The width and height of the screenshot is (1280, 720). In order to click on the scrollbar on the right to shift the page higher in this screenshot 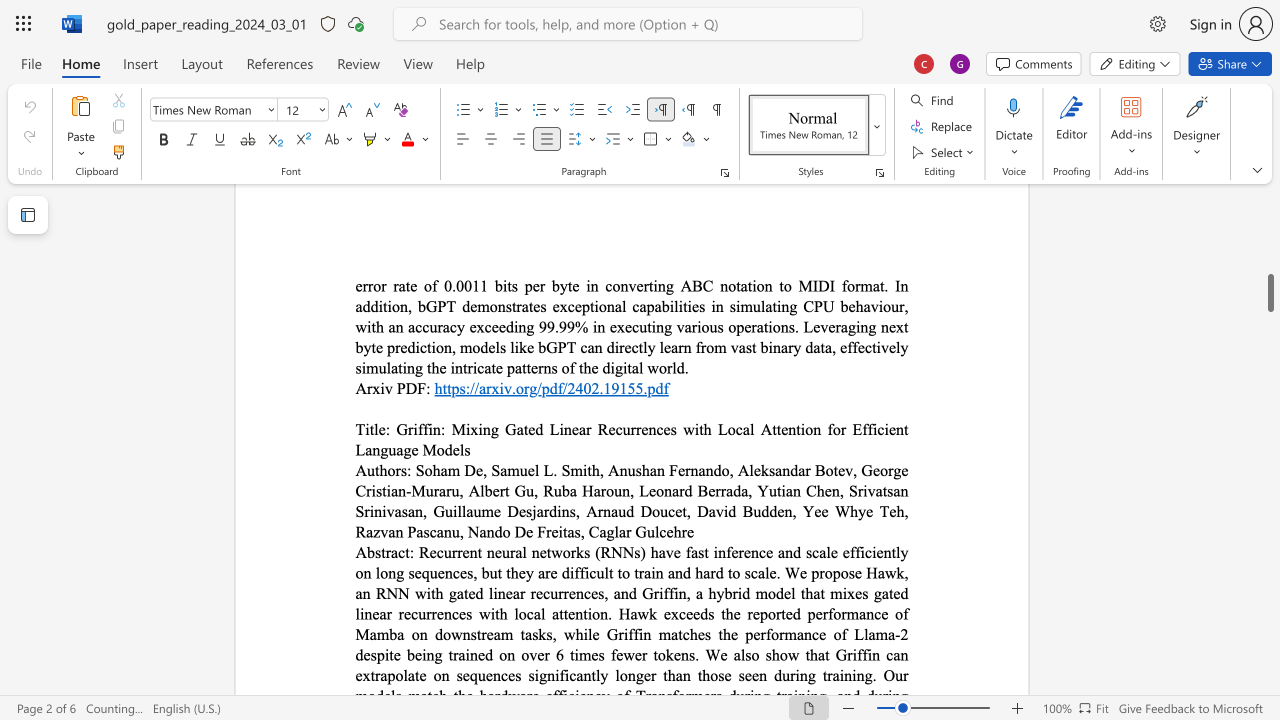, I will do `click(1269, 280)`.